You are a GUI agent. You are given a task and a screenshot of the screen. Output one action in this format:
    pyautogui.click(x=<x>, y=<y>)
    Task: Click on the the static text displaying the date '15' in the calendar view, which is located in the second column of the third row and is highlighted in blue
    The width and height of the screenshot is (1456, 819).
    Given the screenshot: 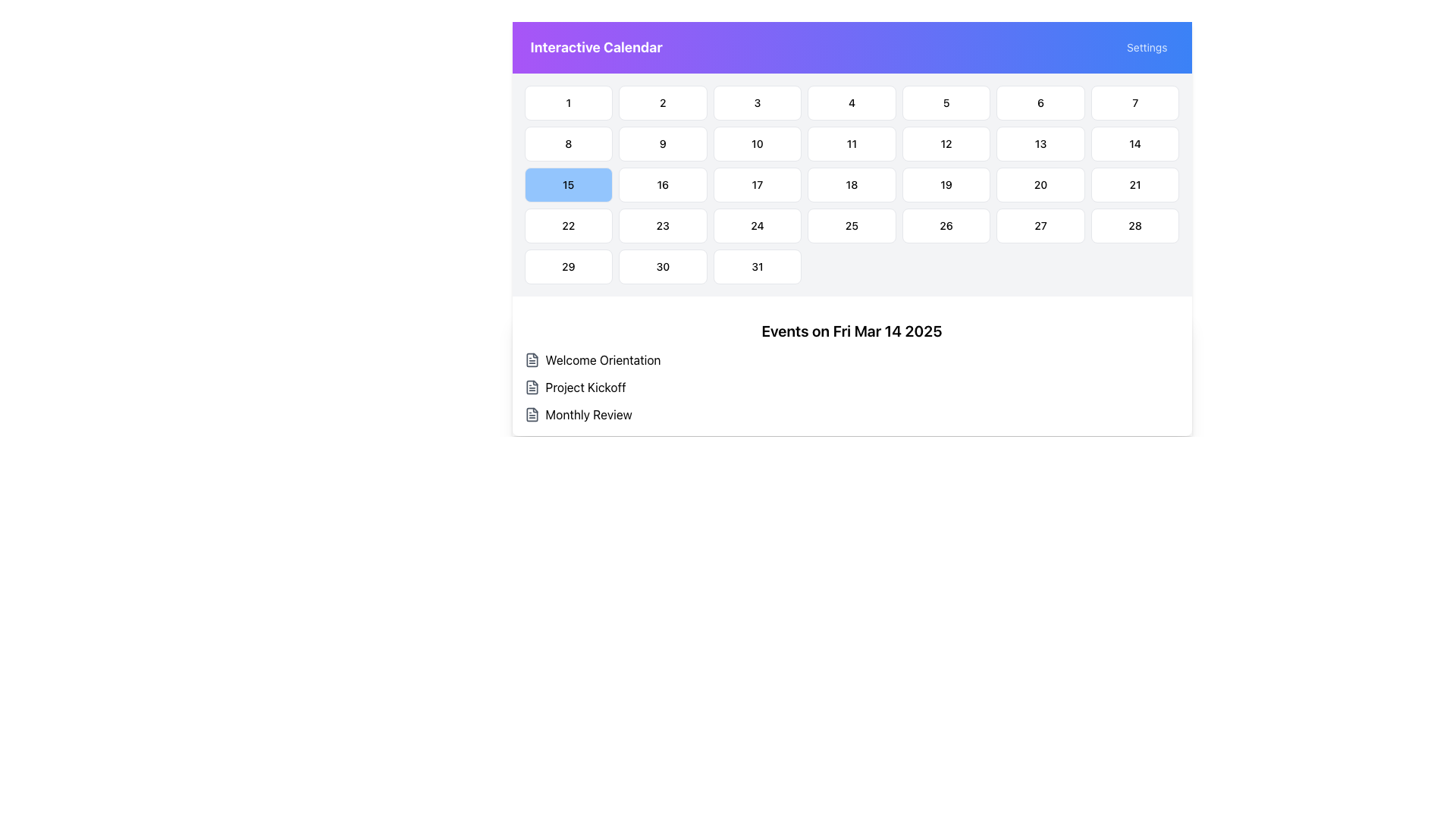 What is the action you would take?
    pyautogui.click(x=567, y=184)
    